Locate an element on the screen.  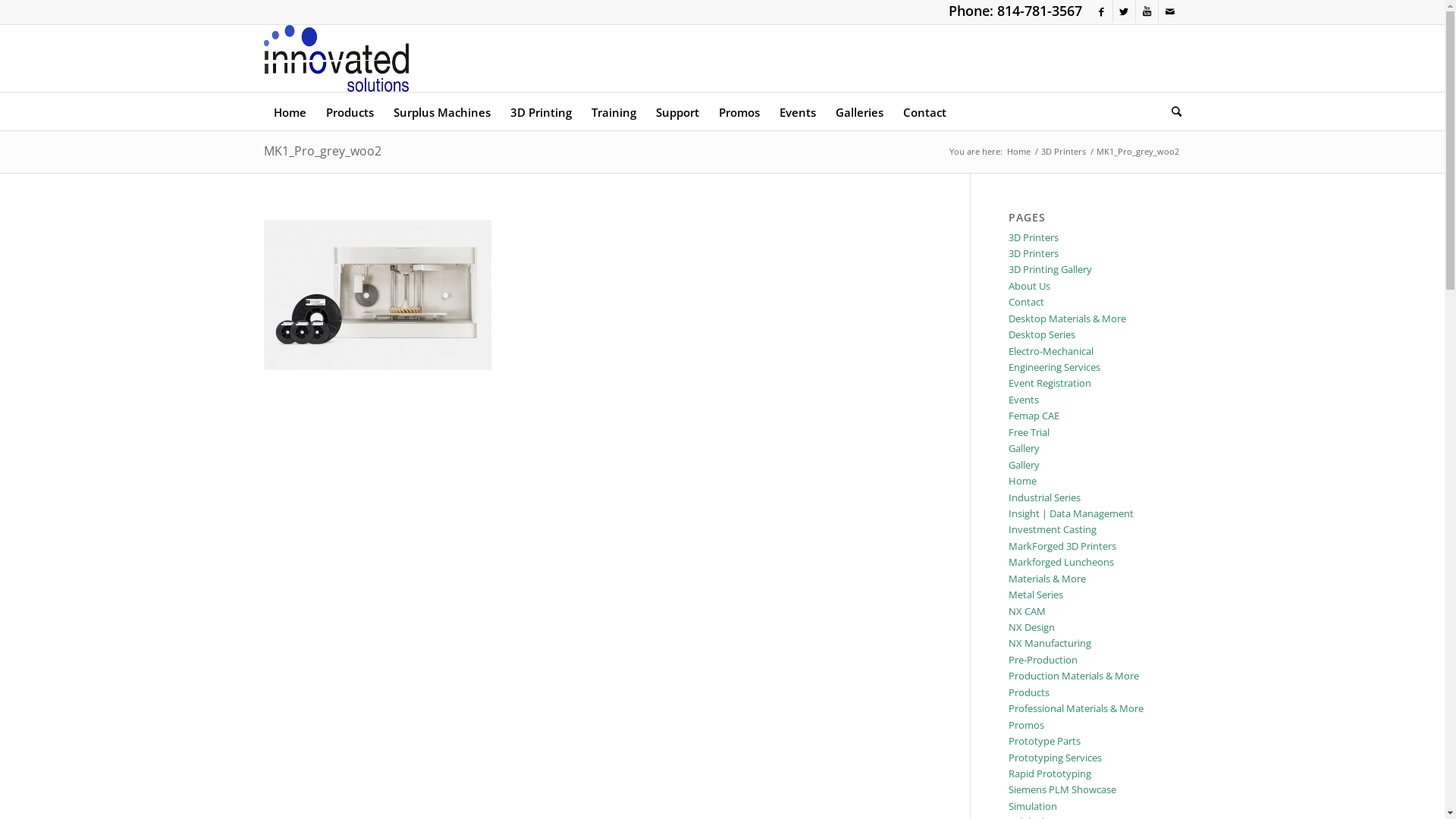
'NX Manufacturing' is located at coordinates (1049, 643).